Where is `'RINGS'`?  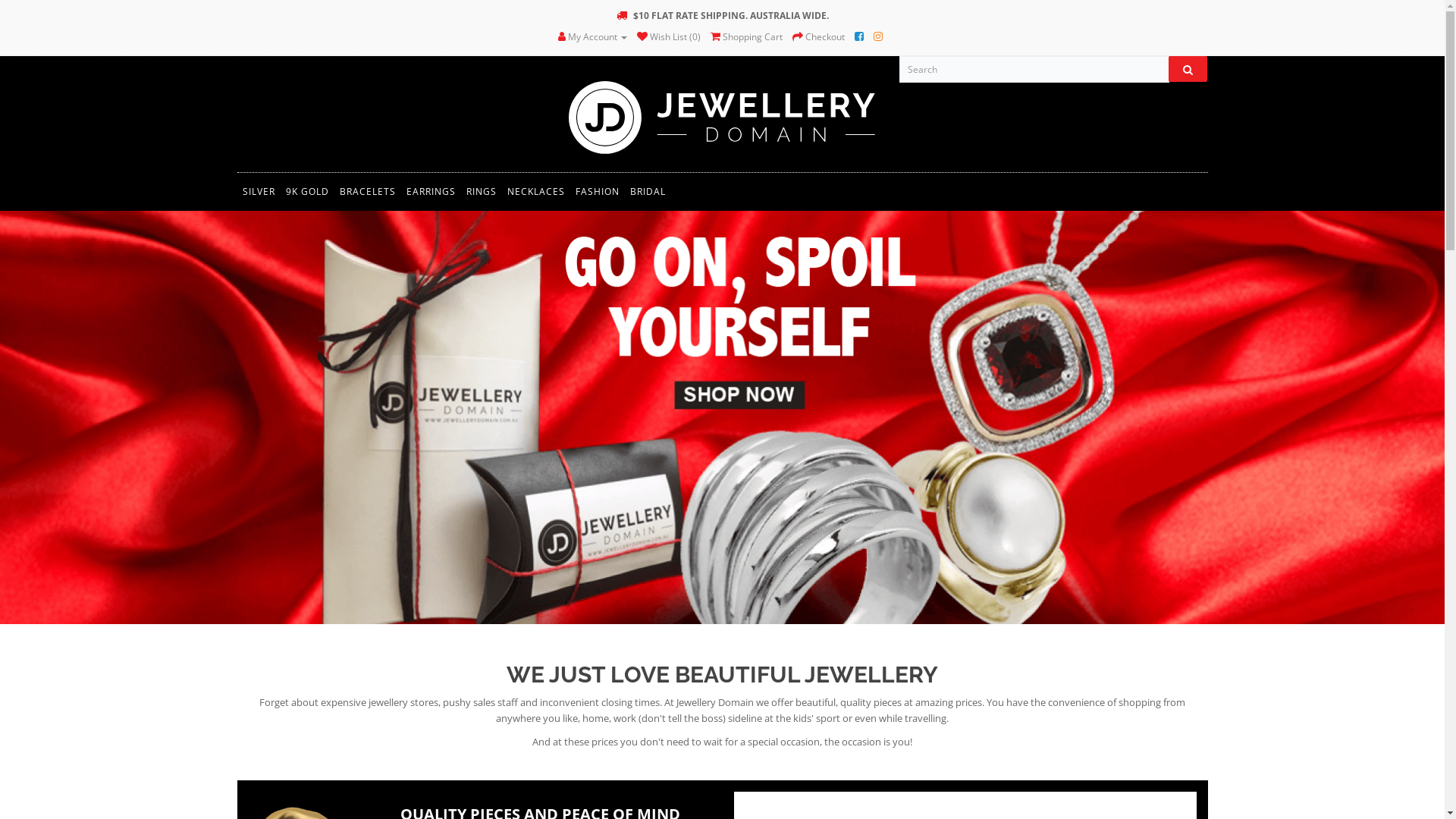 'RINGS' is located at coordinates (480, 191).